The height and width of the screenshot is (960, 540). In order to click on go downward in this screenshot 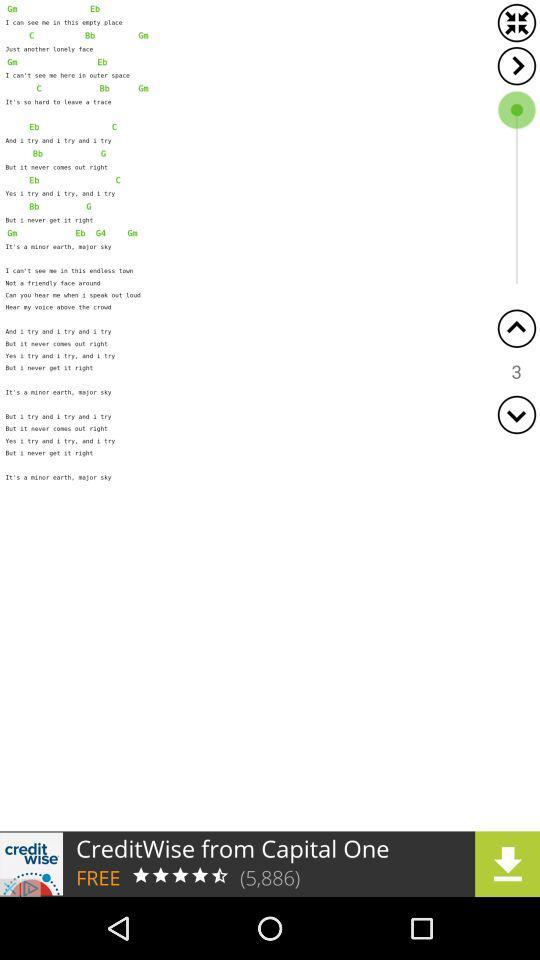, I will do `click(516, 413)`.